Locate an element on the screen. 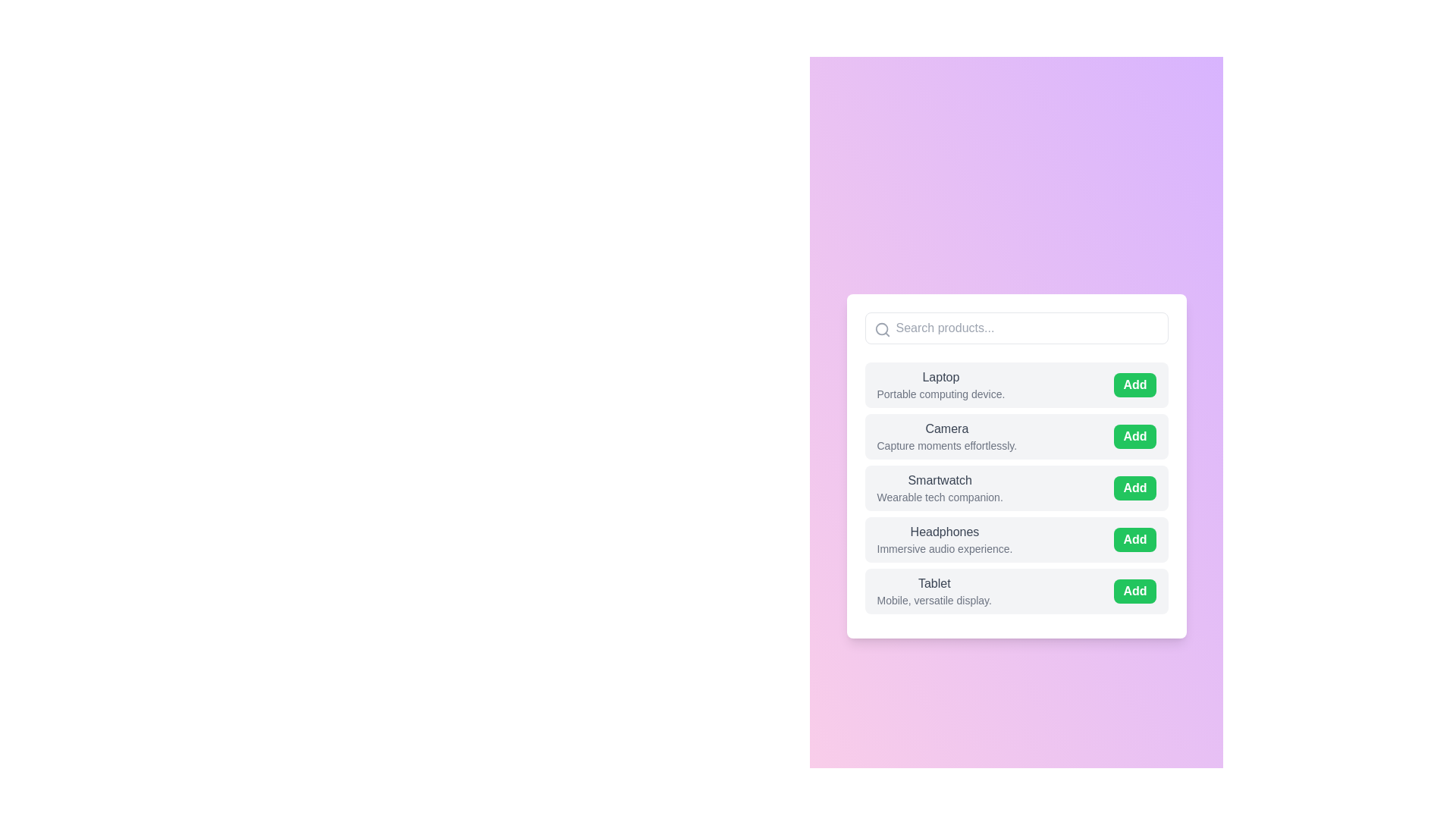 The width and height of the screenshot is (1456, 819). 'Camera' label text which is positioned above the description text 'Capture moments effortlessly.' and below the previous card's text 'Laptop' in the second card item of the vertical list of products is located at coordinates (946, 429).